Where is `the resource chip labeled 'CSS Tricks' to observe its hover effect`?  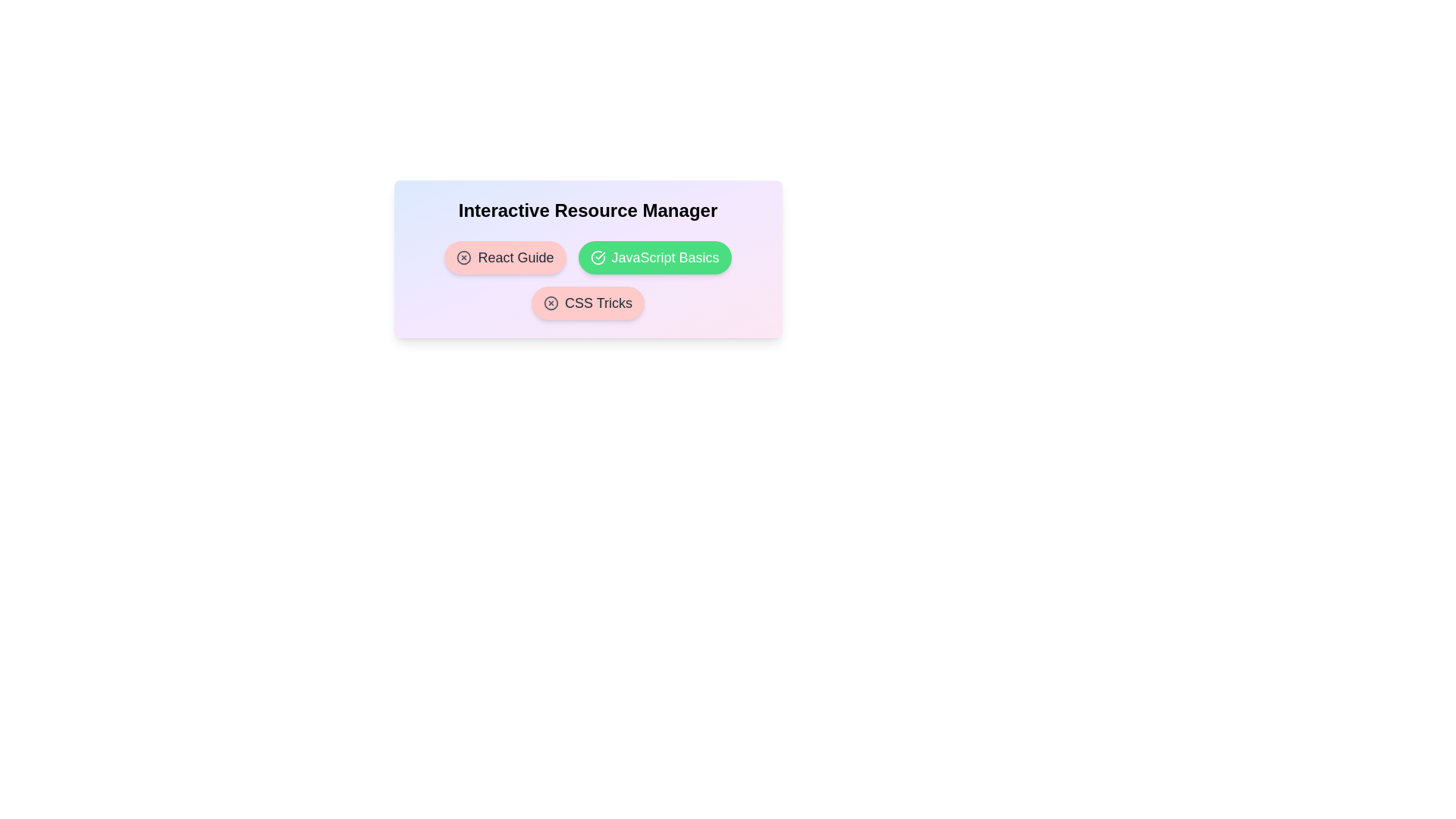 the resource chip labeled 'CSS Tricks' to observe its hover effect is located at coordinates (587, 303).